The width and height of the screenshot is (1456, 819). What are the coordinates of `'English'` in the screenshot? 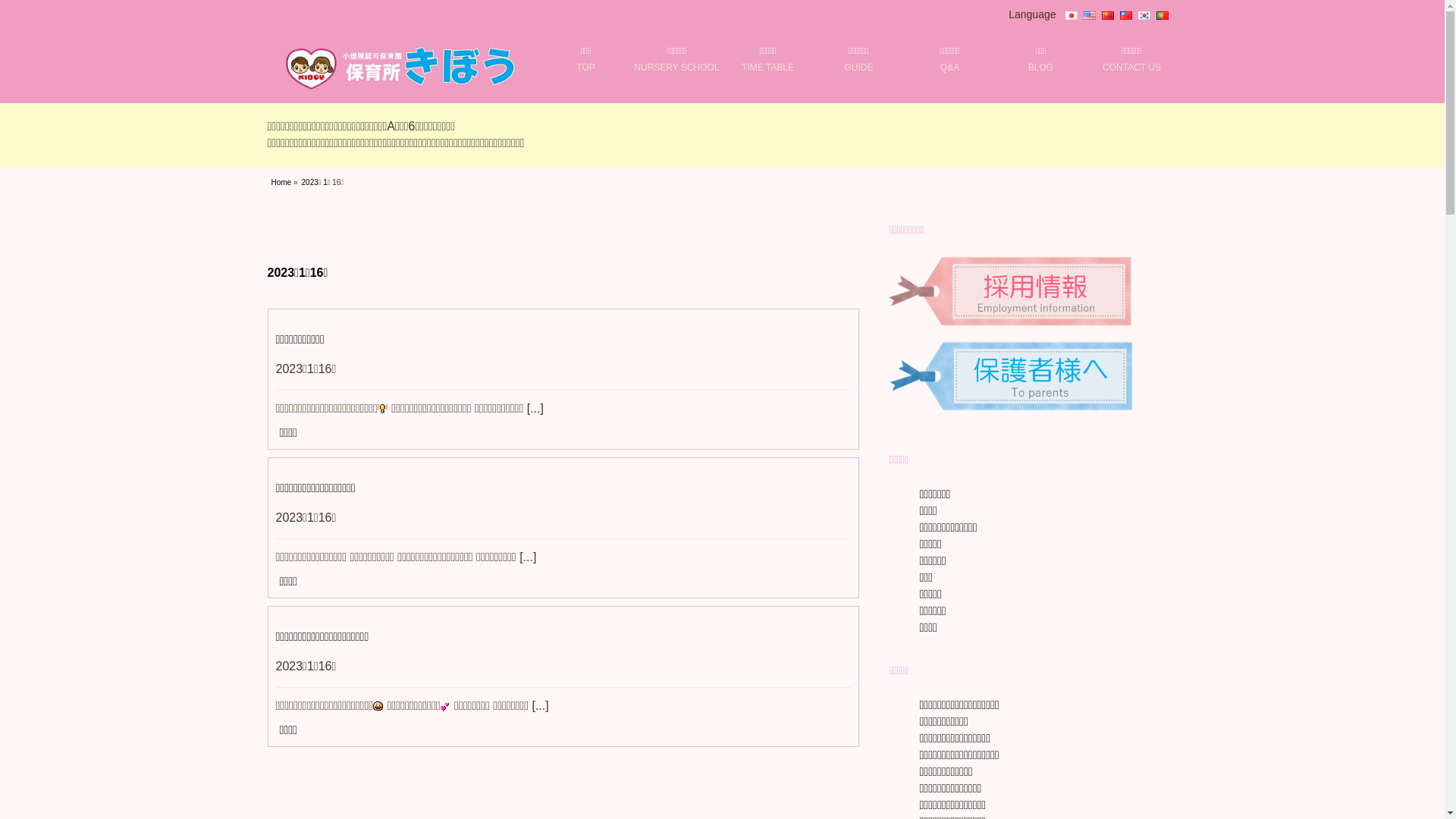 It's located at (1087, 14).